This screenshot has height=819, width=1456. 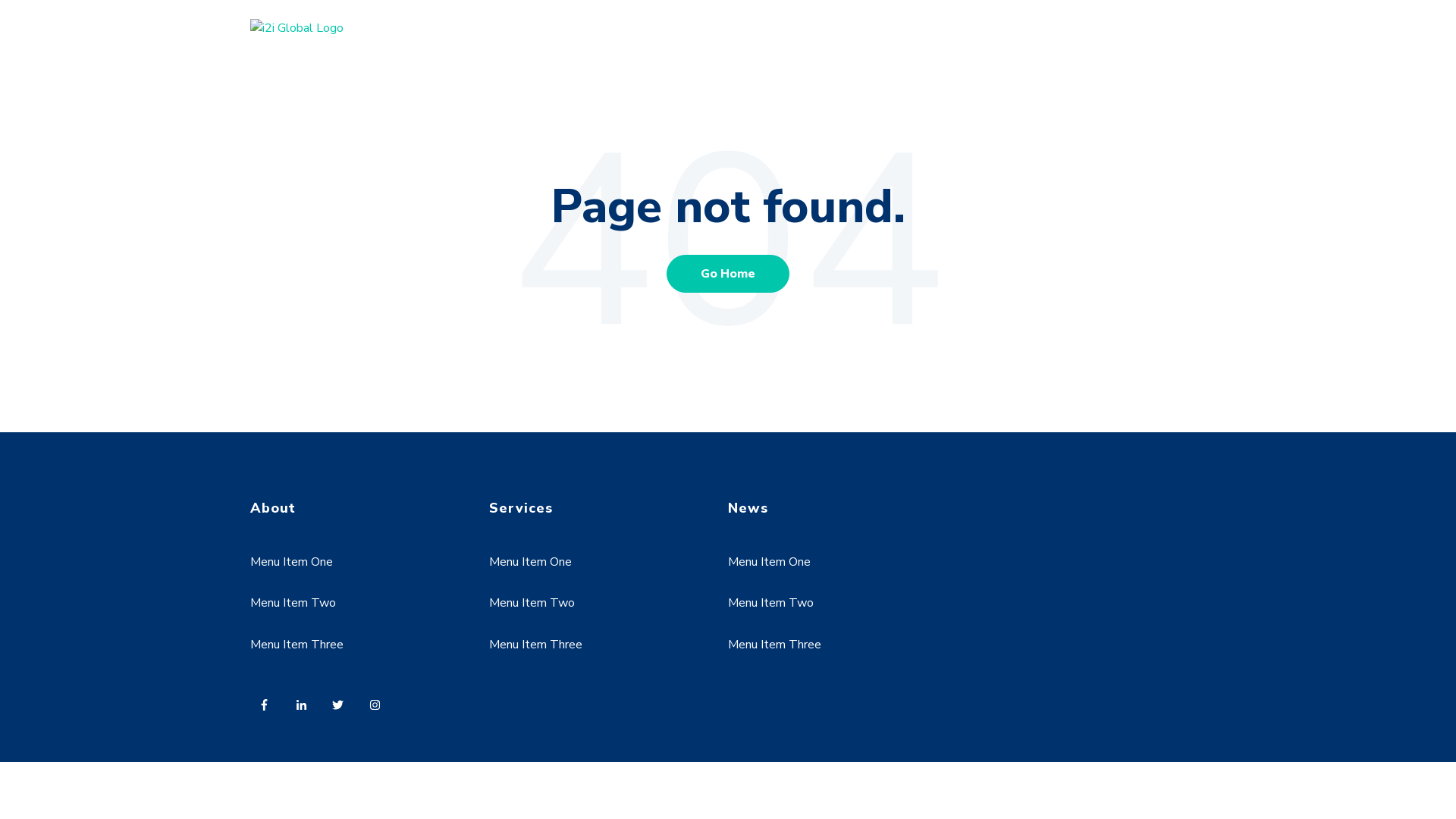 I want to click on 'Follow us on Facebook', so click(x=268, y=708).